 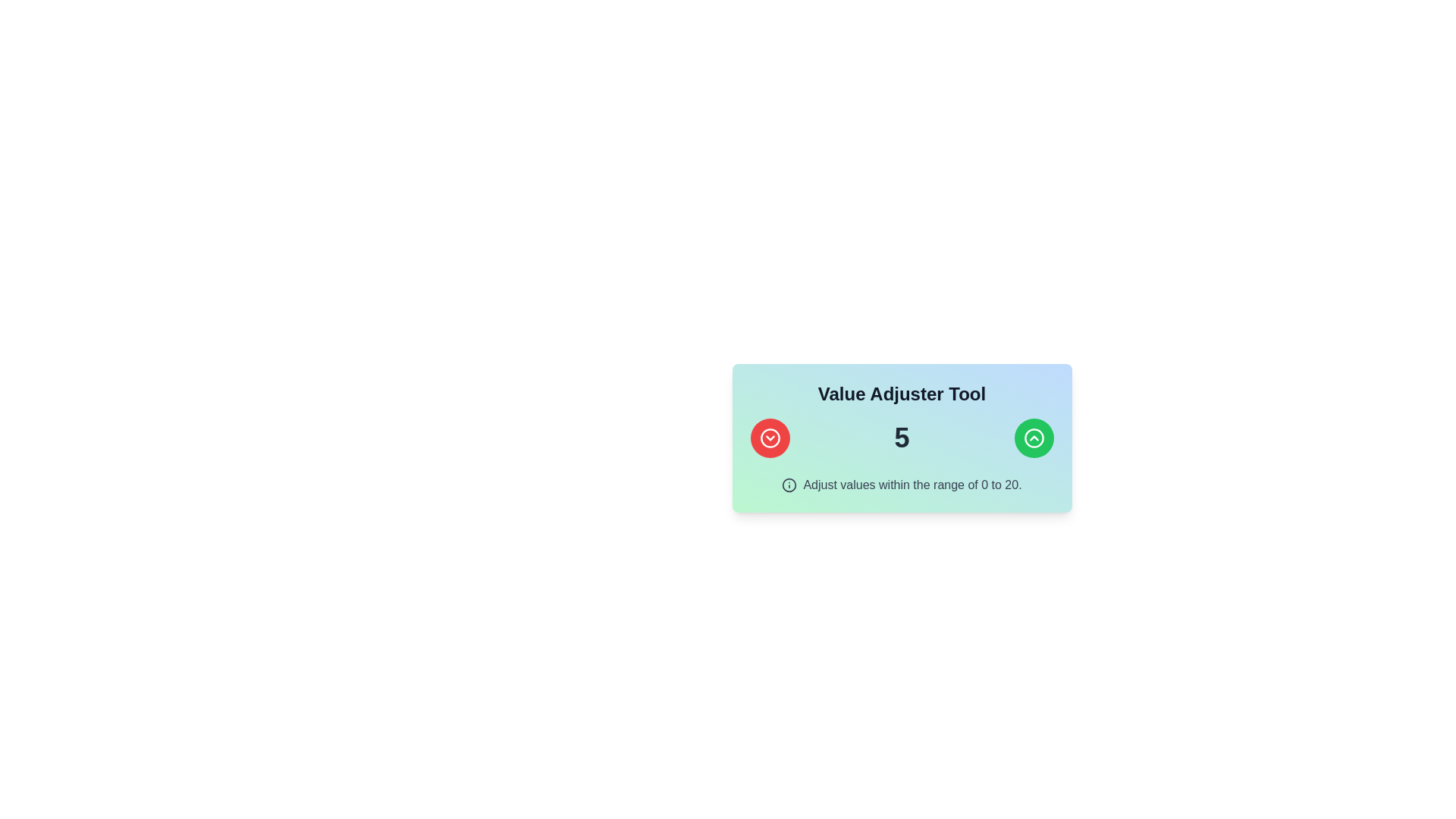 What do you see at coordinates (902, 438) in the screenshot?
I see `title and description of the Composite interactive component (adjuster tool with buttons) to understand its function` at bounding box center [902, 438].